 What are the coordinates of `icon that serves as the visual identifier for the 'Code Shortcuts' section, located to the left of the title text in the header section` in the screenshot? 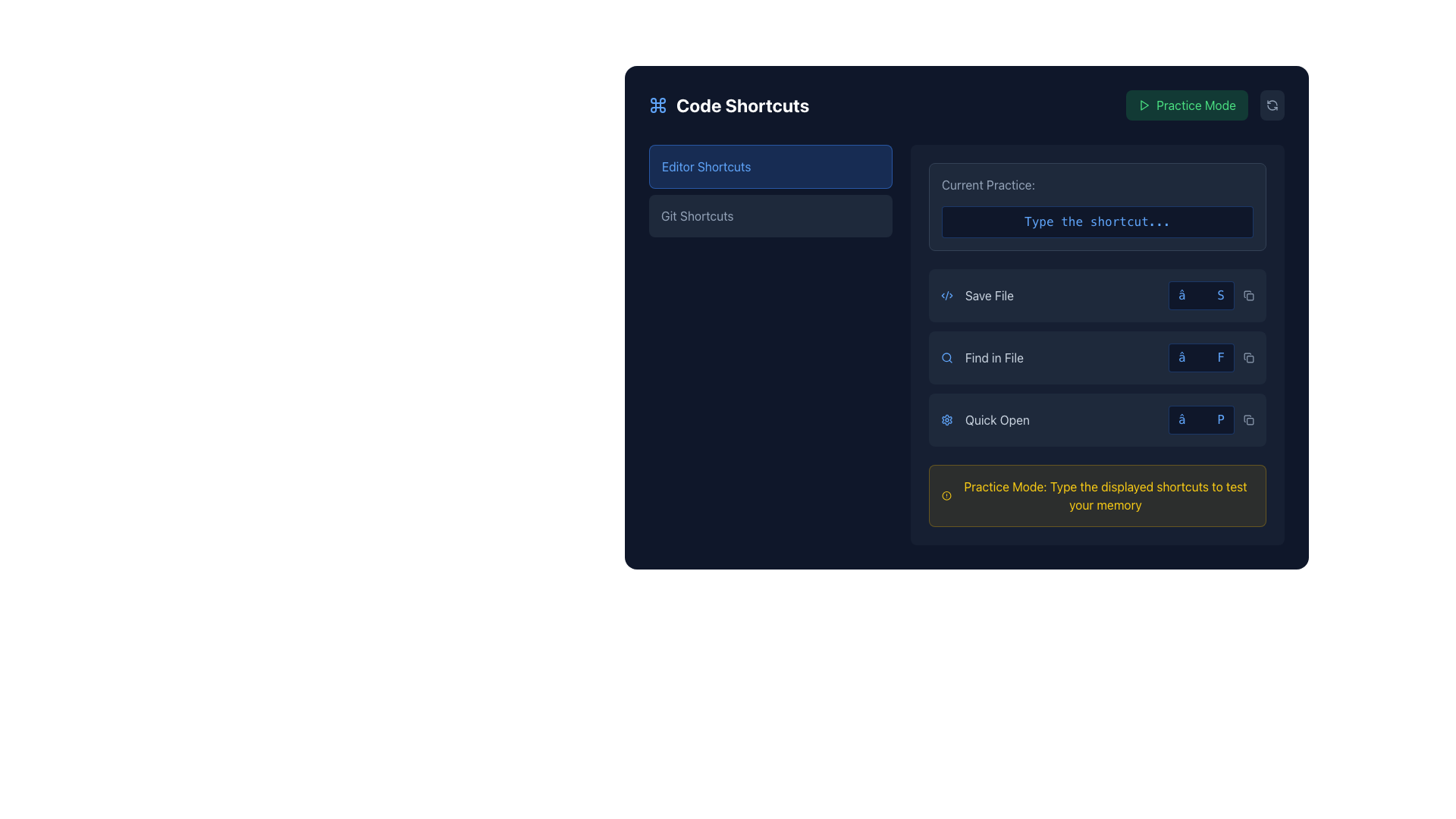 It's located at (658, 104).